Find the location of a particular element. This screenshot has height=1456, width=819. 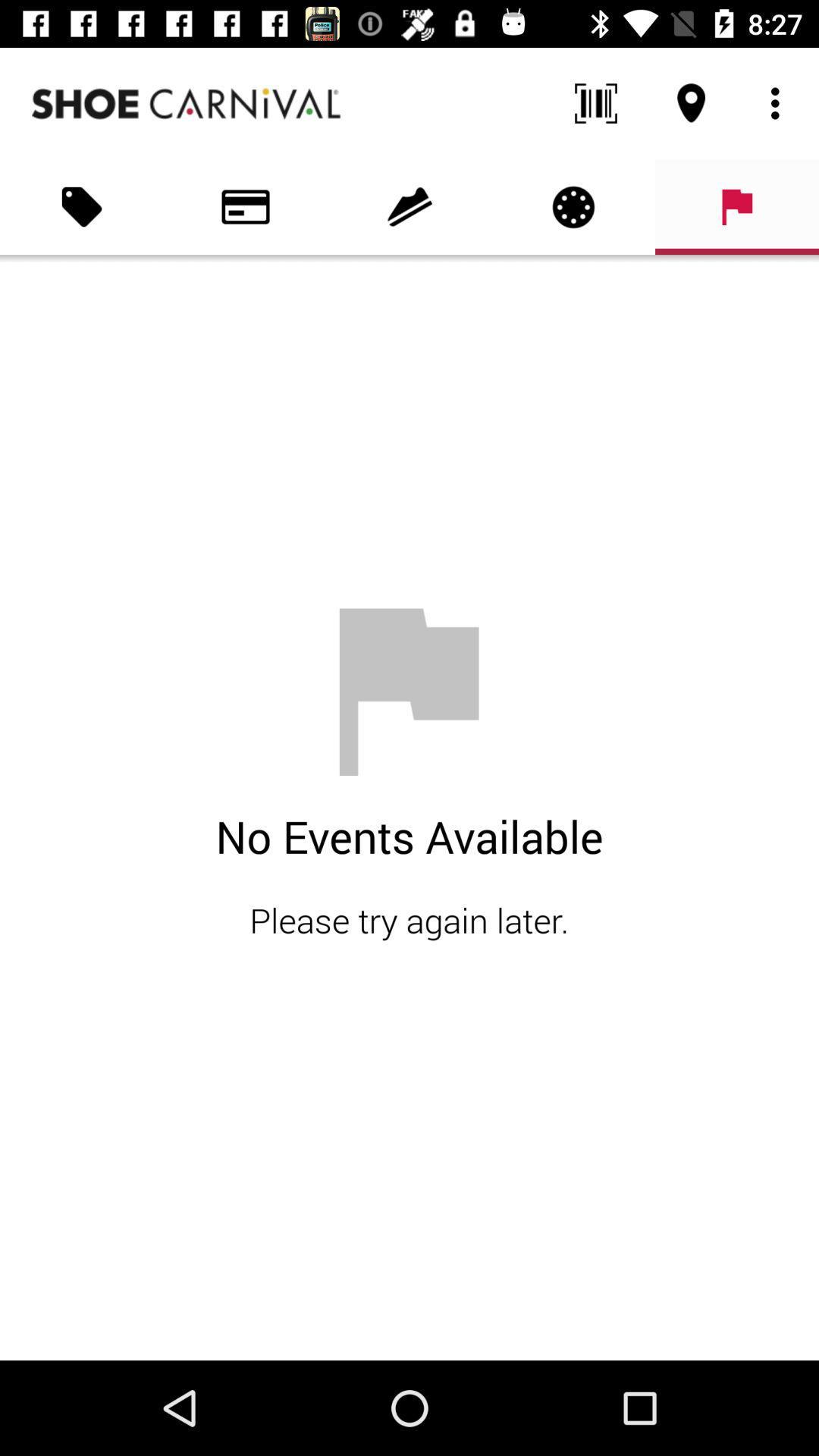

the image which is above the text no events available is located at coordinates (409, 691).